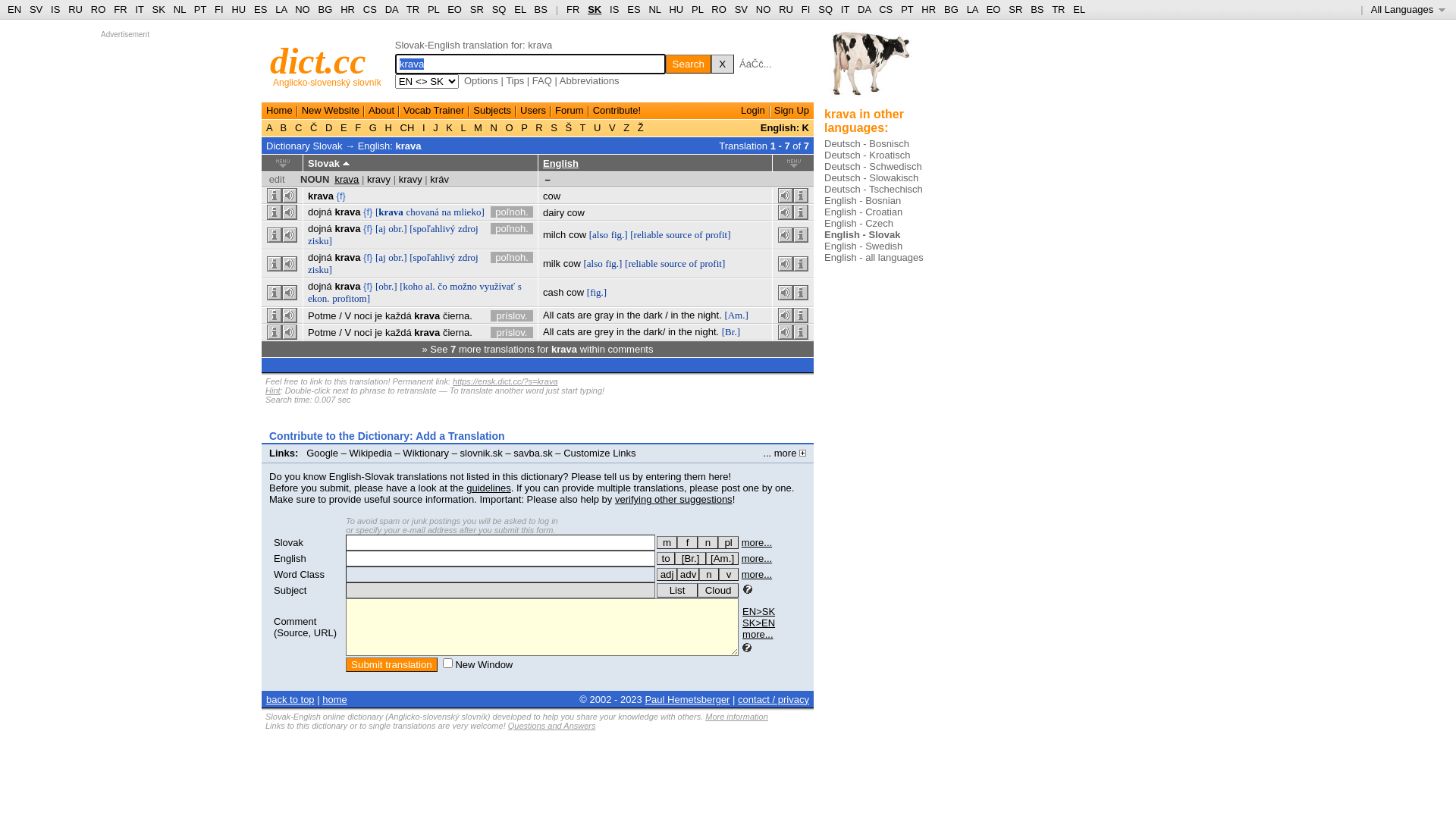  Describe the element at coordinates (491, 109) in the screenshot. I see `'Subjects'` at that location.